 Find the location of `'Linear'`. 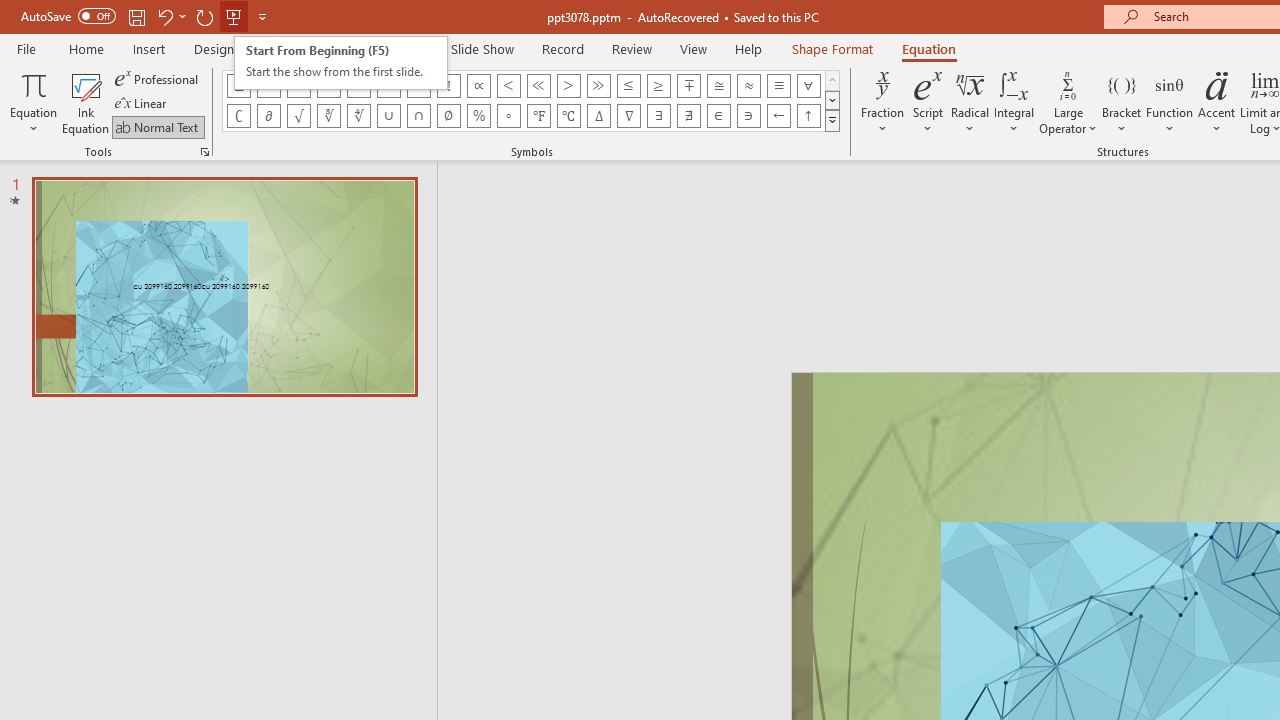

'Linear' is located at coordinates (141, 103).